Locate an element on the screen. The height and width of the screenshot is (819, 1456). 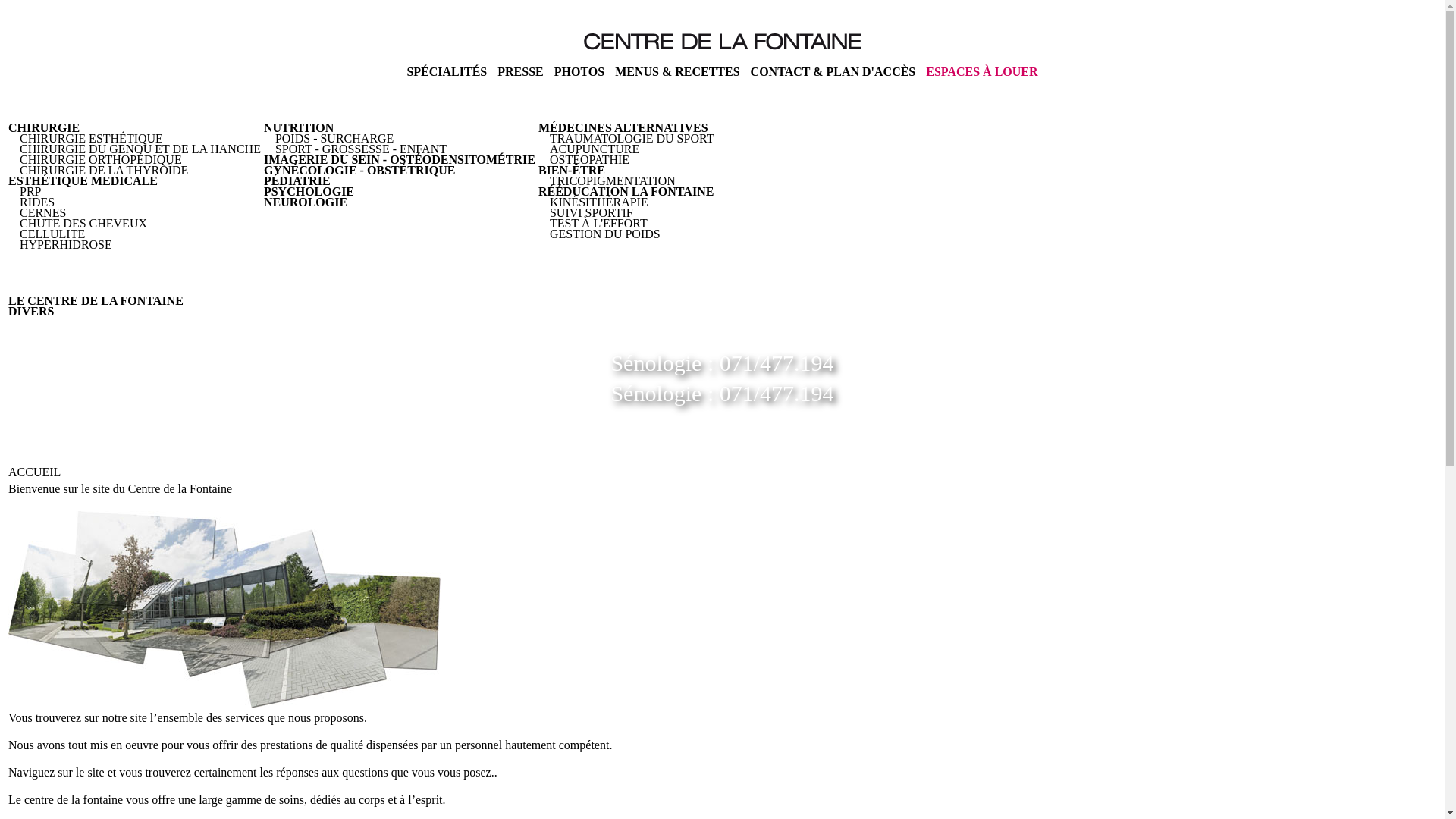
'PRESSE' is located at coordinates (497, 71).